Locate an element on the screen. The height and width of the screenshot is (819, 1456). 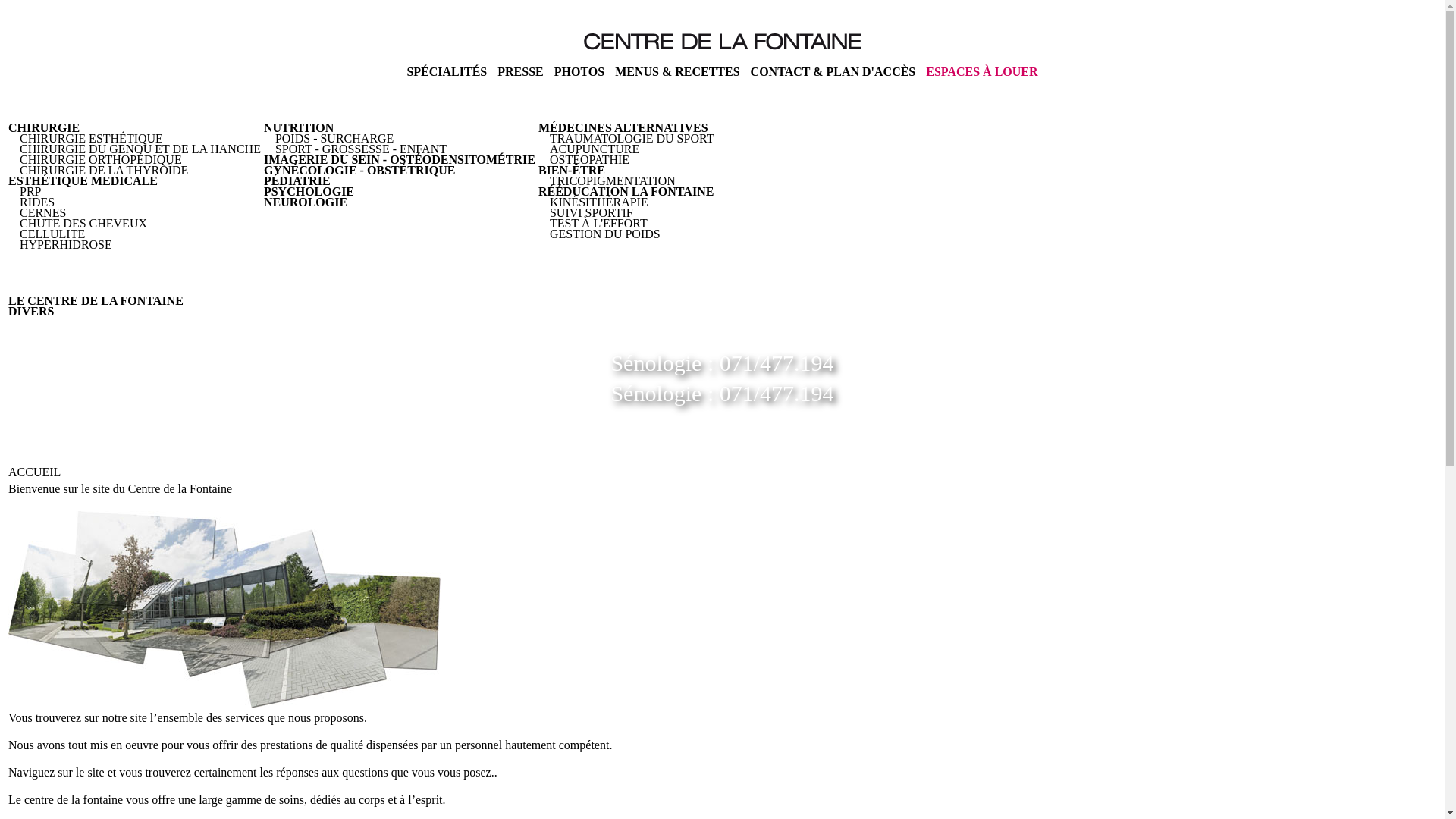
'PRESSE' is located at coordinates (497, 71).